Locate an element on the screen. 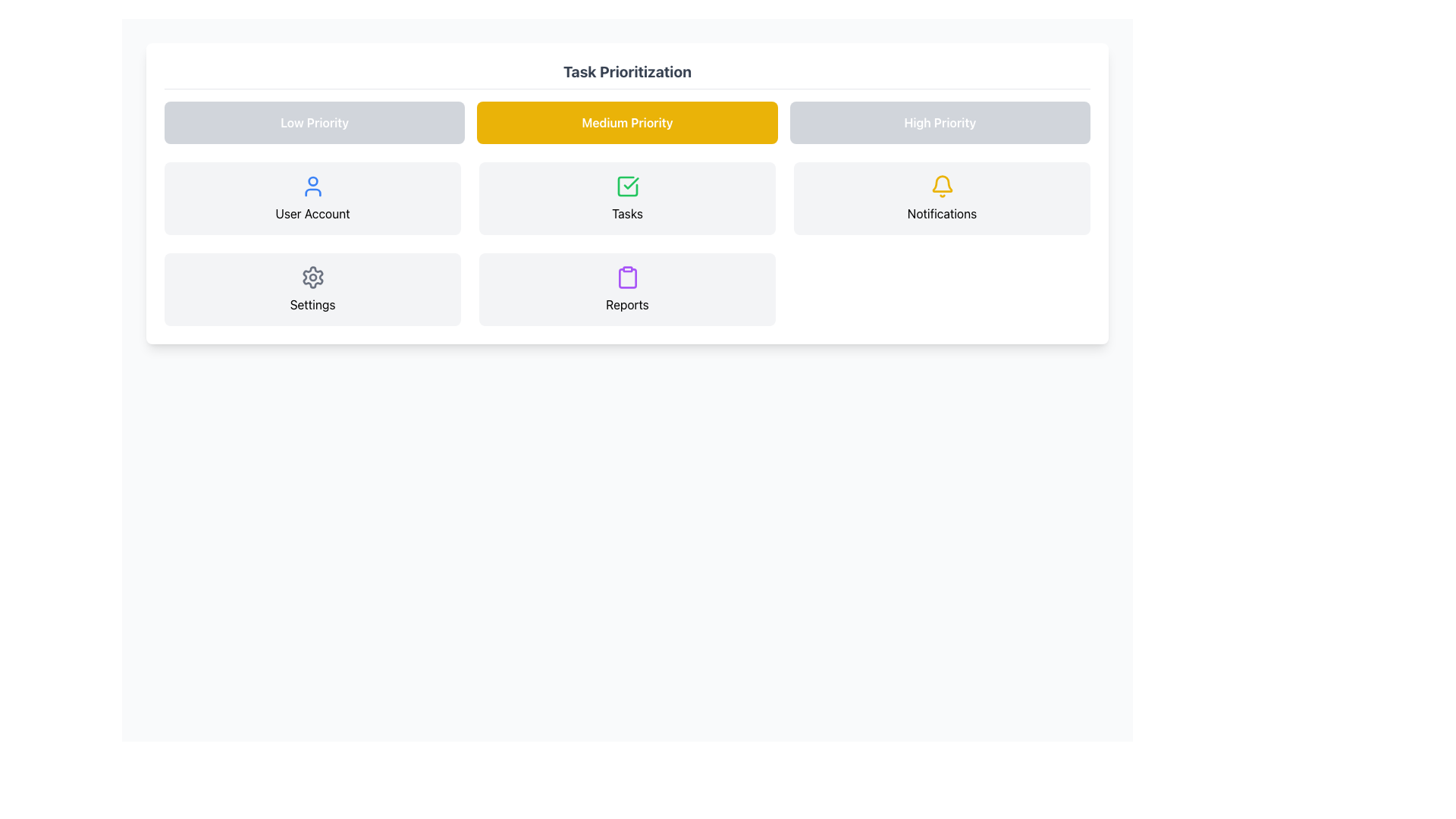 This screenshot has height=819, width=1456. the button labeled 'Medium Priority', which has a warm yellow background and white bold text is located at coordinates (627, 122).